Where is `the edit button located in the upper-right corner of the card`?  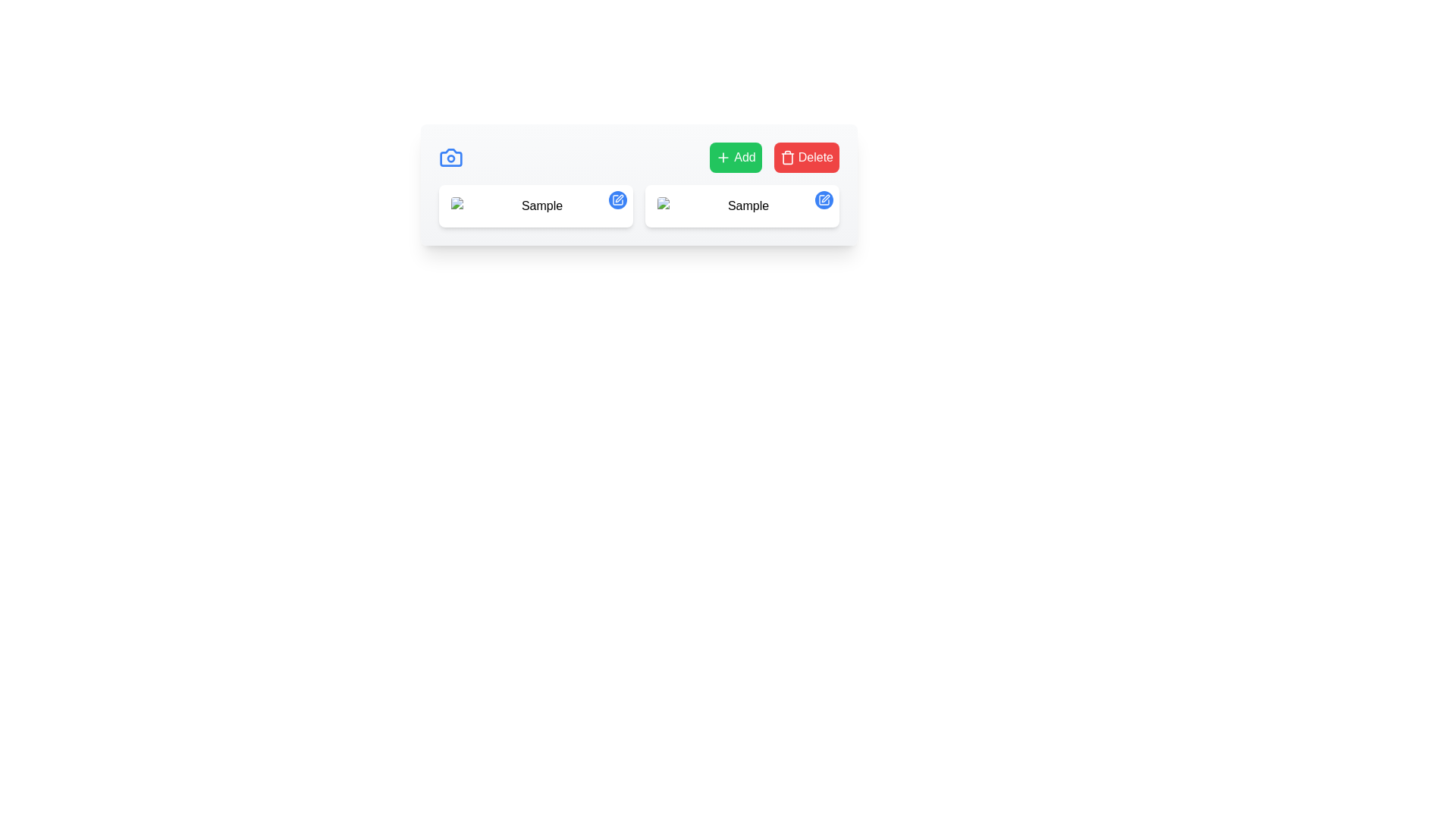 the edit button located in the upper-right corner of the card is located at coordinates (823, 199).